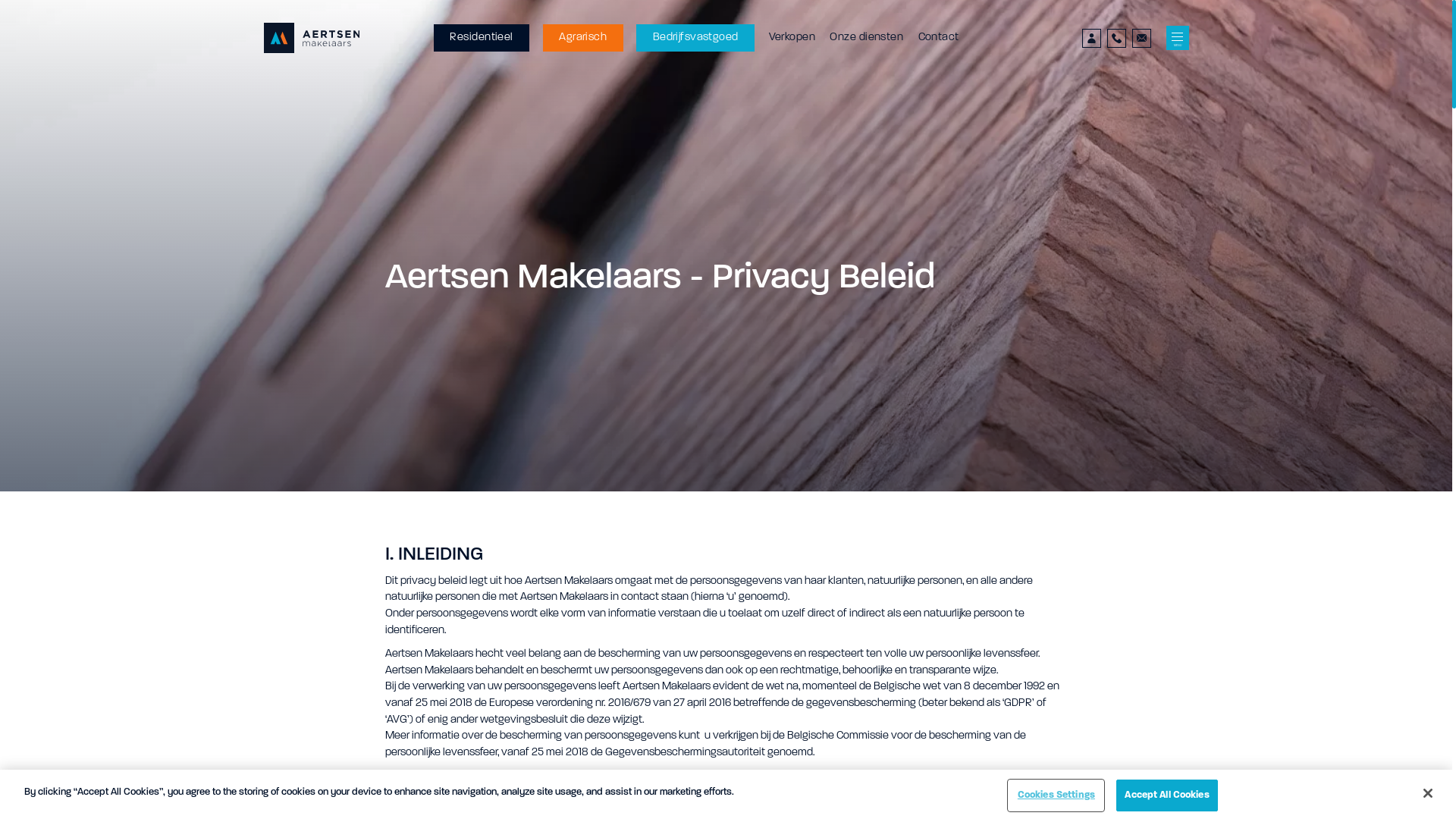  I want to click on 'Accept All Cookies', so click(1166, 795).